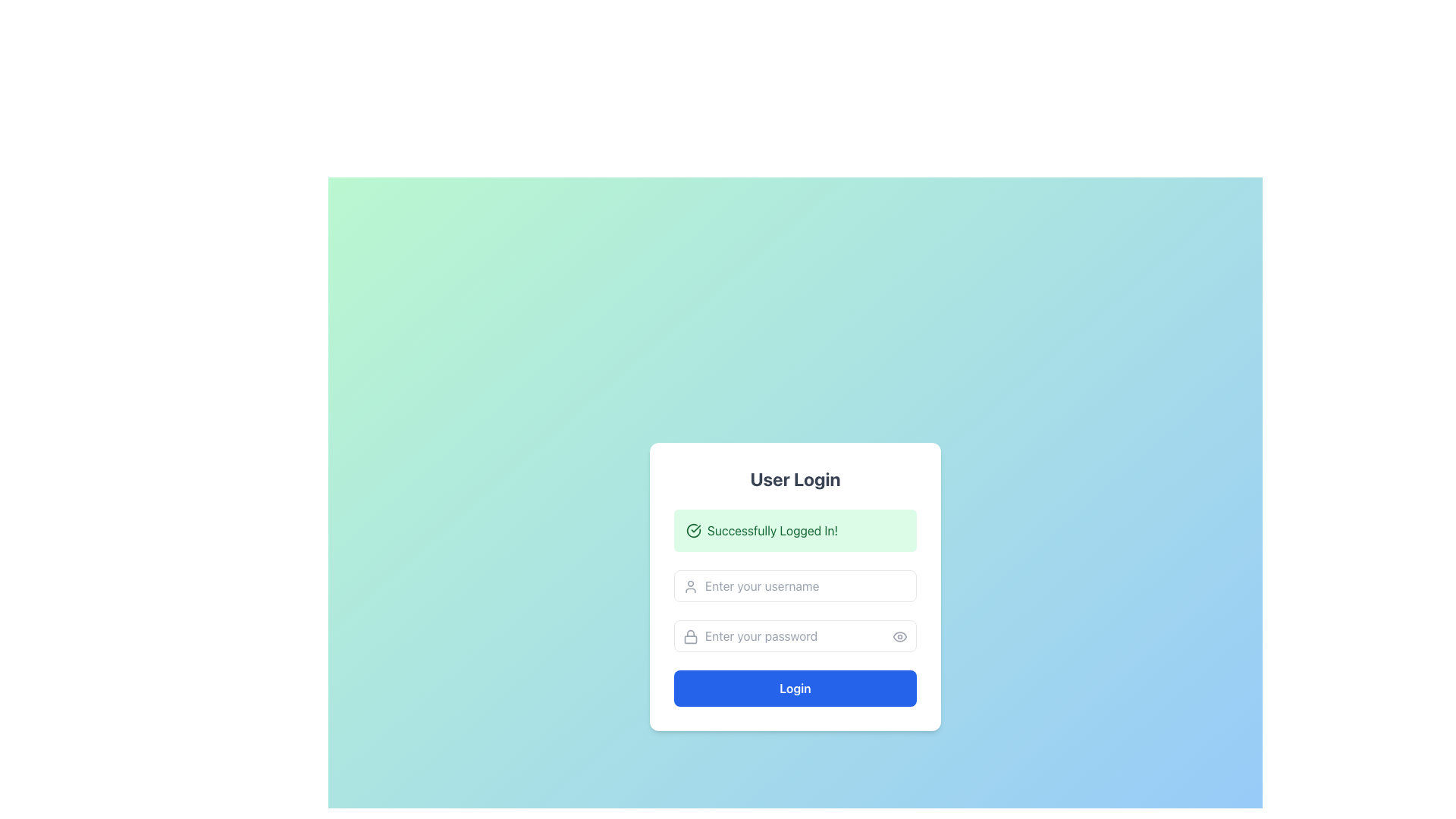 The width and height of the screenshot is (1456, 819). I want to click on the button in the top-right corner of the password input field, so click(899, 637).